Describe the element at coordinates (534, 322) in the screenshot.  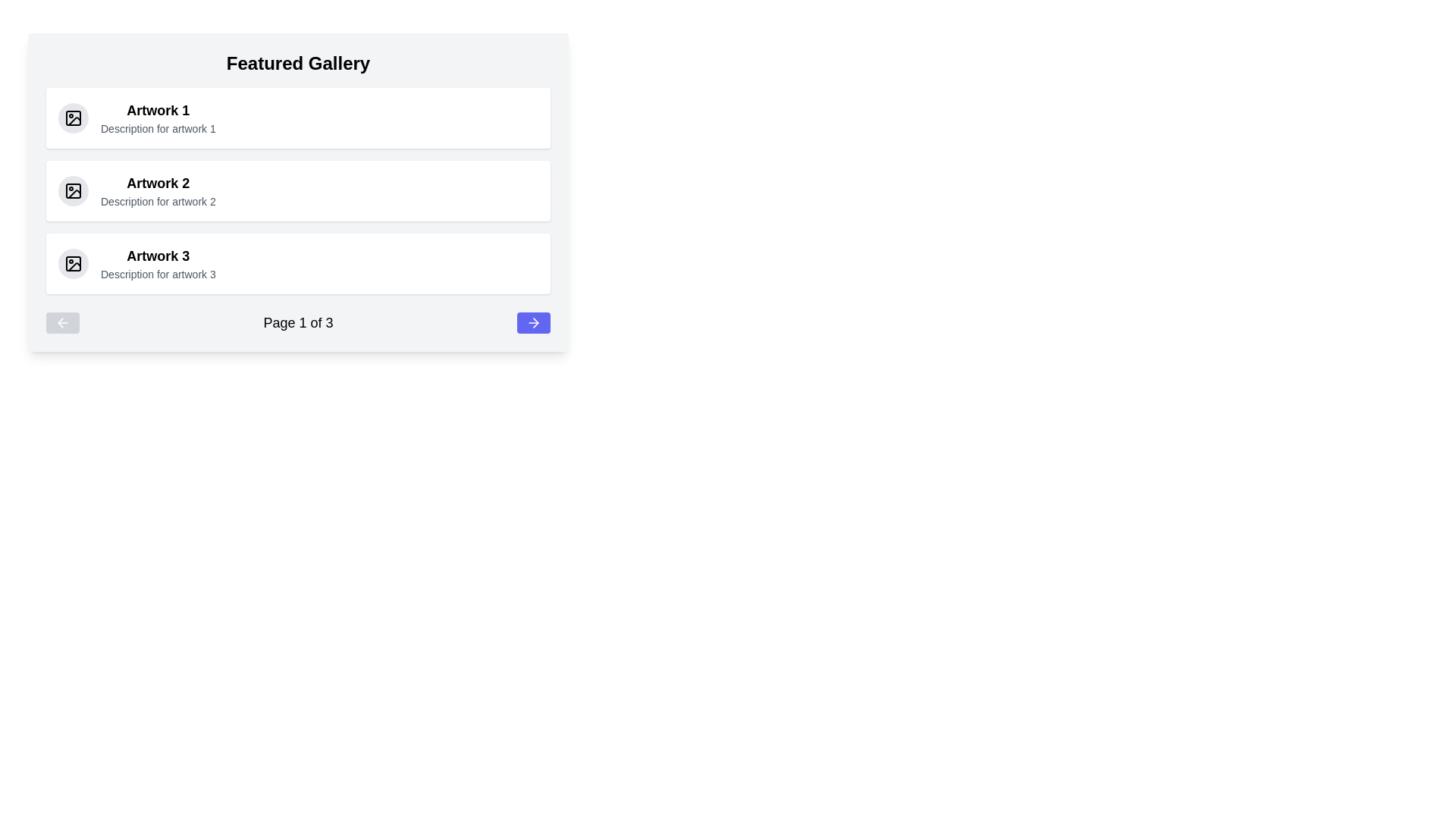
I see `the rightward-pointing arrow icon, which is outlined in indigo and located within a purple button at the bottom-right corner of the interface` at that location.